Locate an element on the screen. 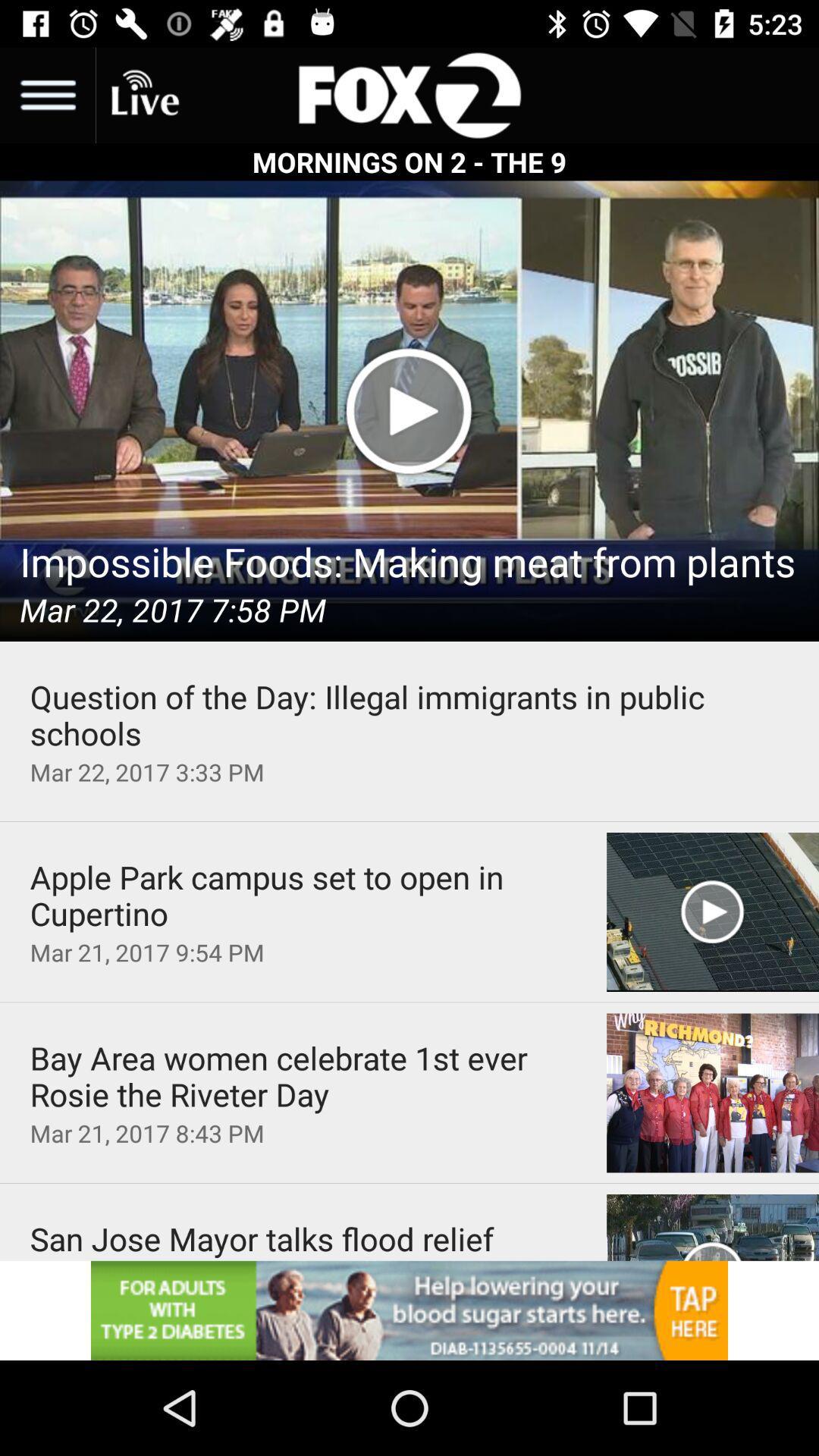  the menu icon is located at coordinates (46, 94).